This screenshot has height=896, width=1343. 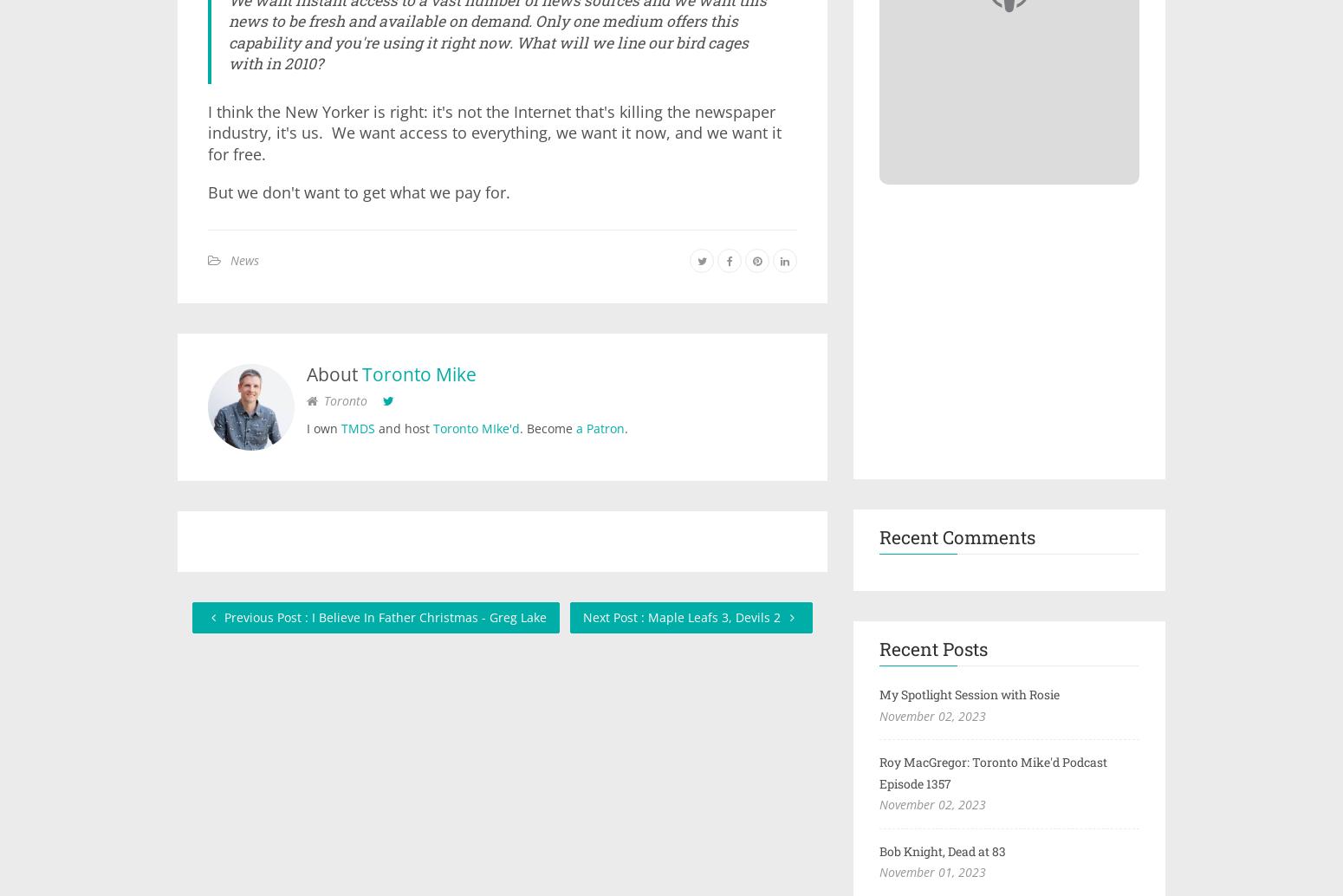 I want to click on 'I own', so click(x=323, y=426).